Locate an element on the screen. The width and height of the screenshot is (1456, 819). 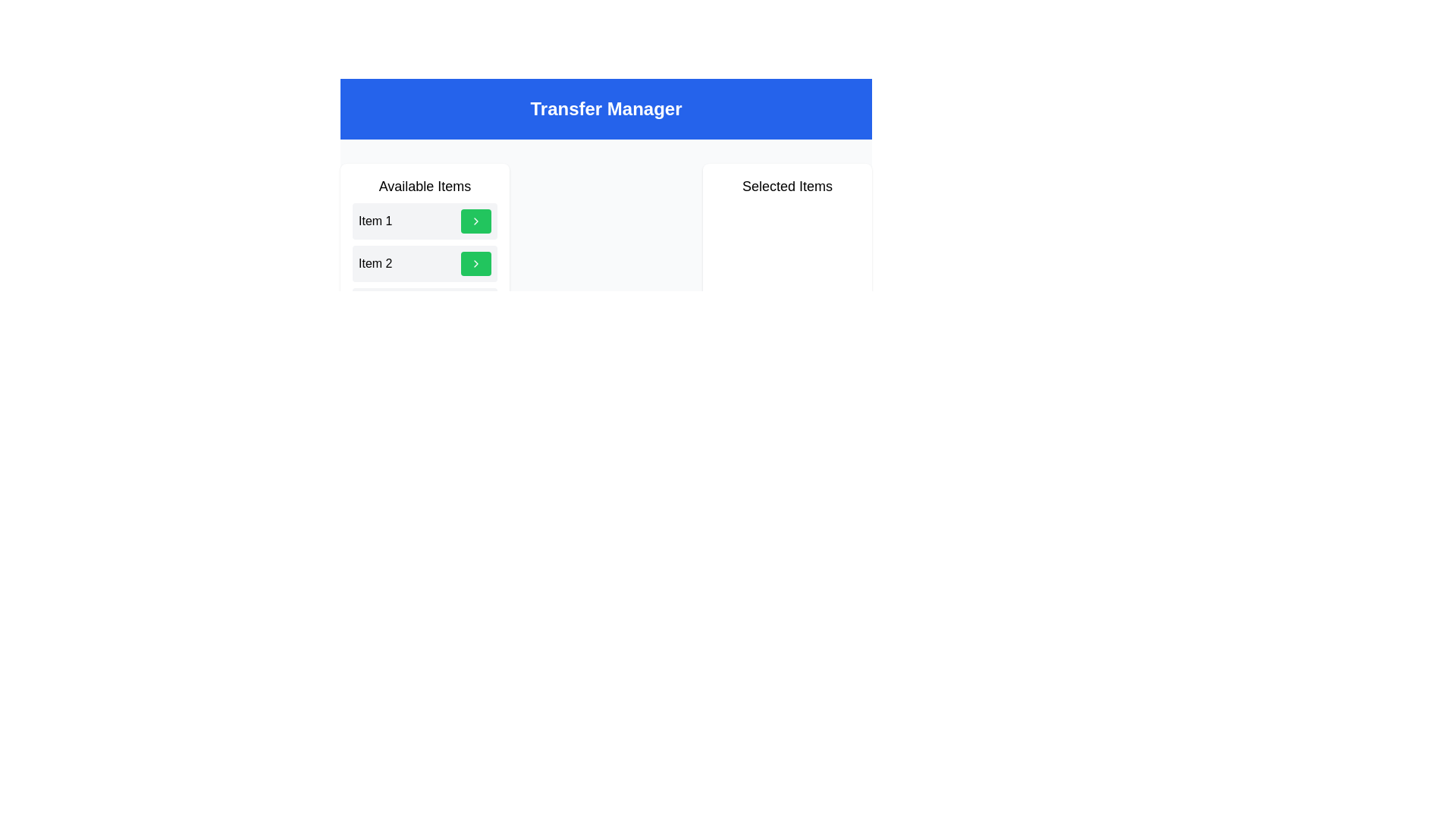
the rightward-pointing chevron icon within the green circular button located to the right of 'Item 2' in the 'Available Items' column is located at coordinates (475, 262).